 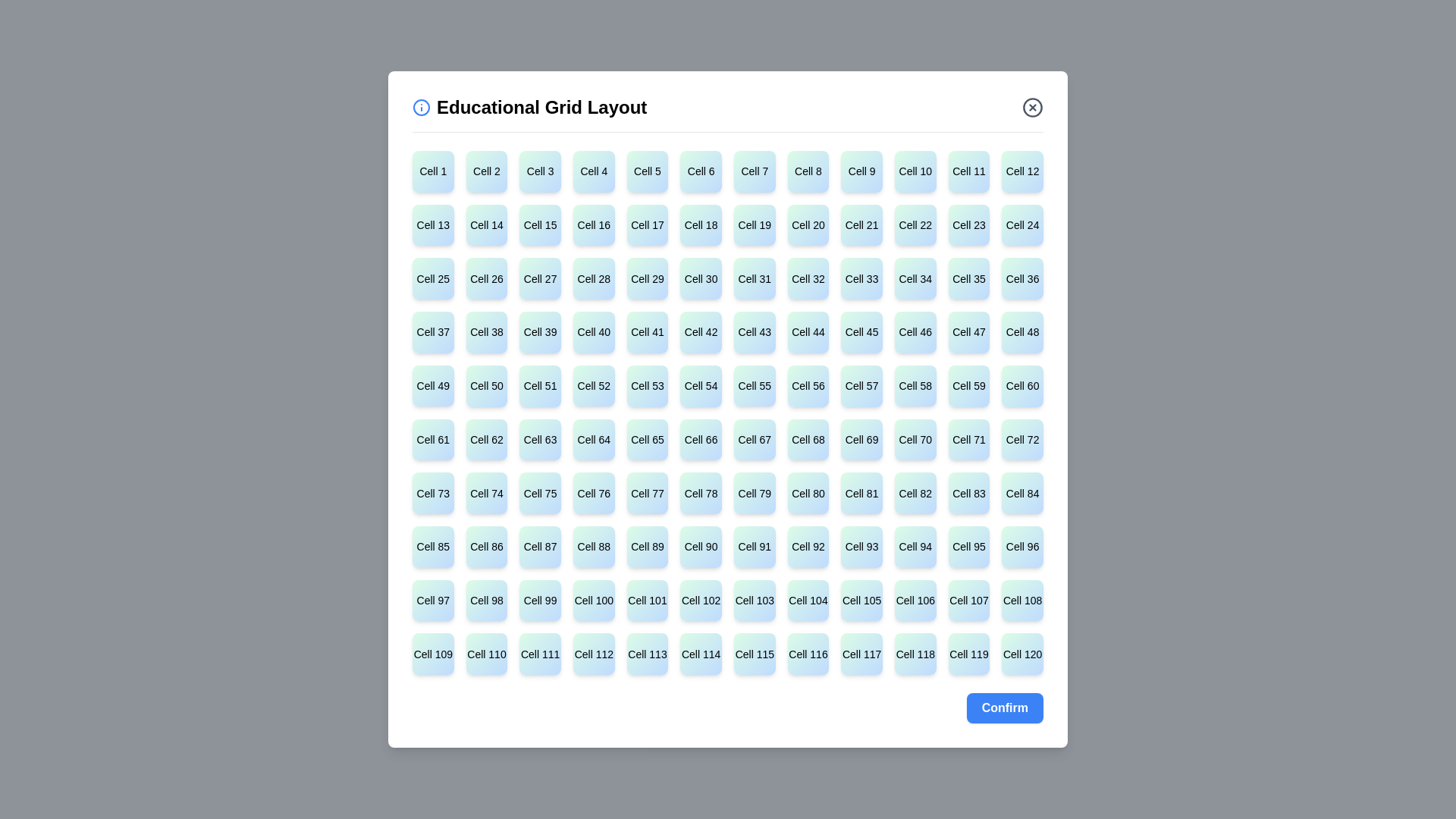 What do you see at coordinates (1032, 107) in the screenshot?
I see `close button in the top-right corner of the dialog` at bounding box center [1032, 107].